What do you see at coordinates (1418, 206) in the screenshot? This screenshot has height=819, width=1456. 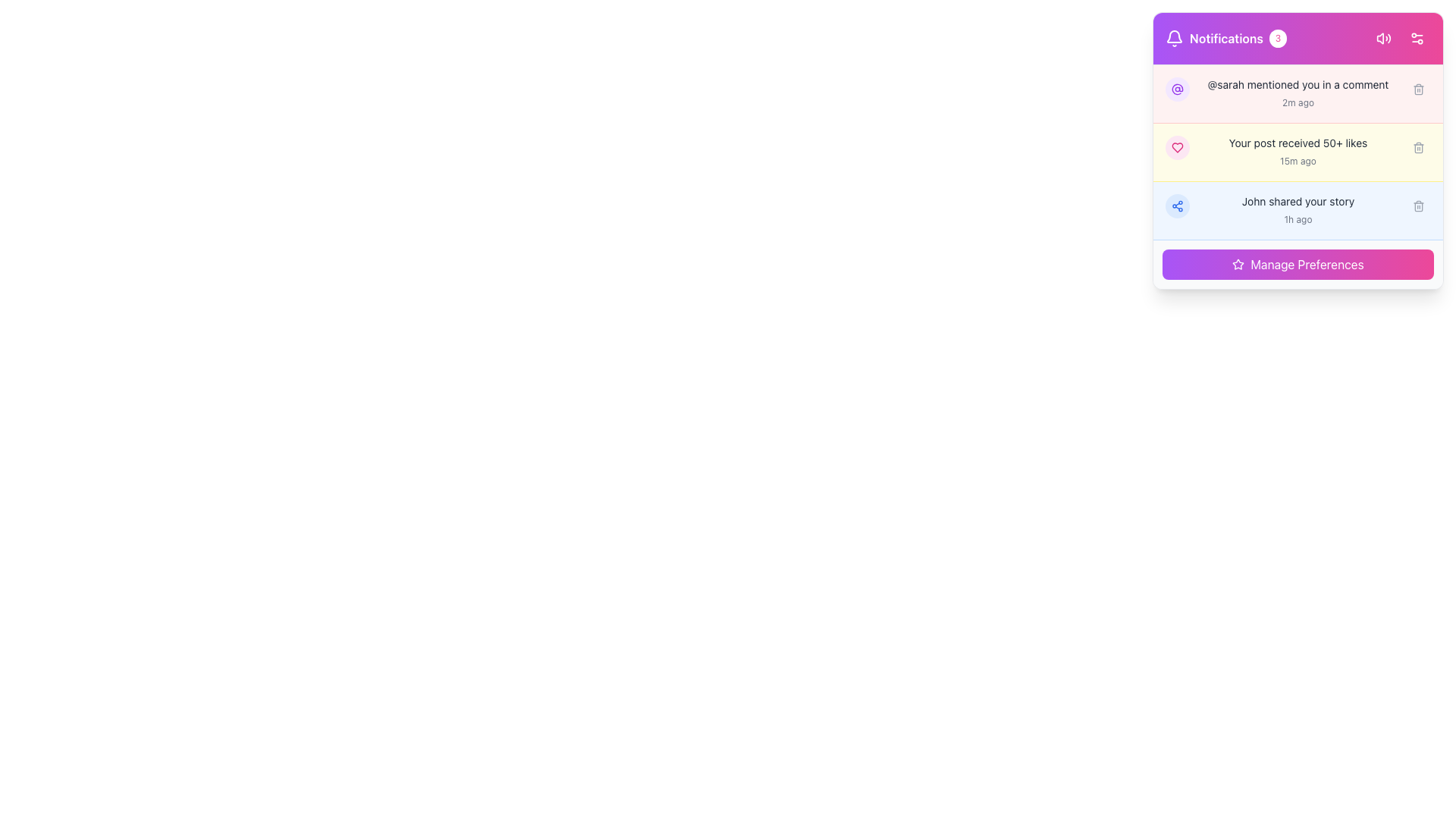 I see `the small gray trashcan icon` at bounding box center [1418, 206].